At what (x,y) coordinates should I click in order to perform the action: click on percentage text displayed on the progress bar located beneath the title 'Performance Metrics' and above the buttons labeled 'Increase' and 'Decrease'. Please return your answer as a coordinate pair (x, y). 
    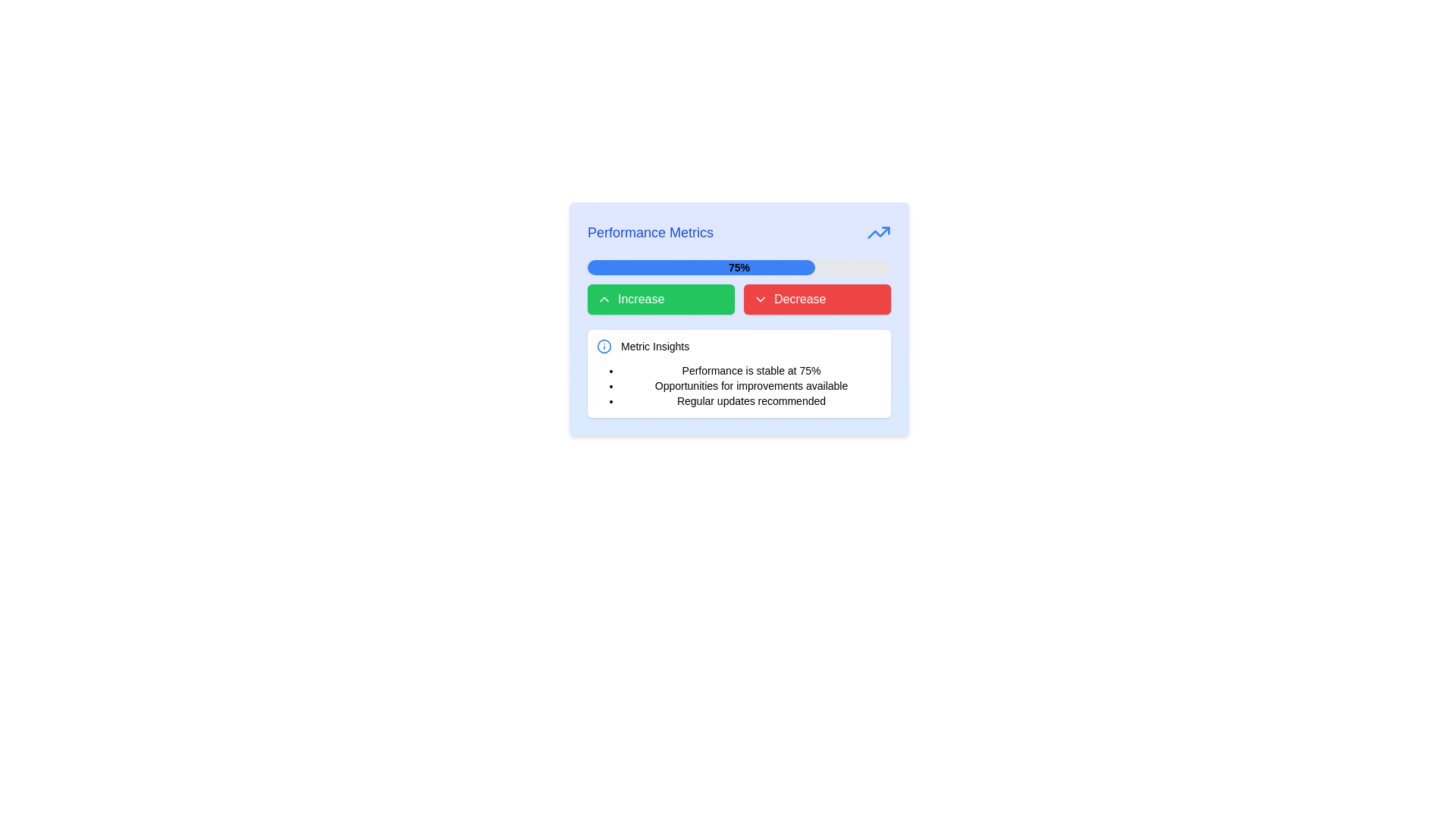
    Looking at the image, I should click on (739, 267).